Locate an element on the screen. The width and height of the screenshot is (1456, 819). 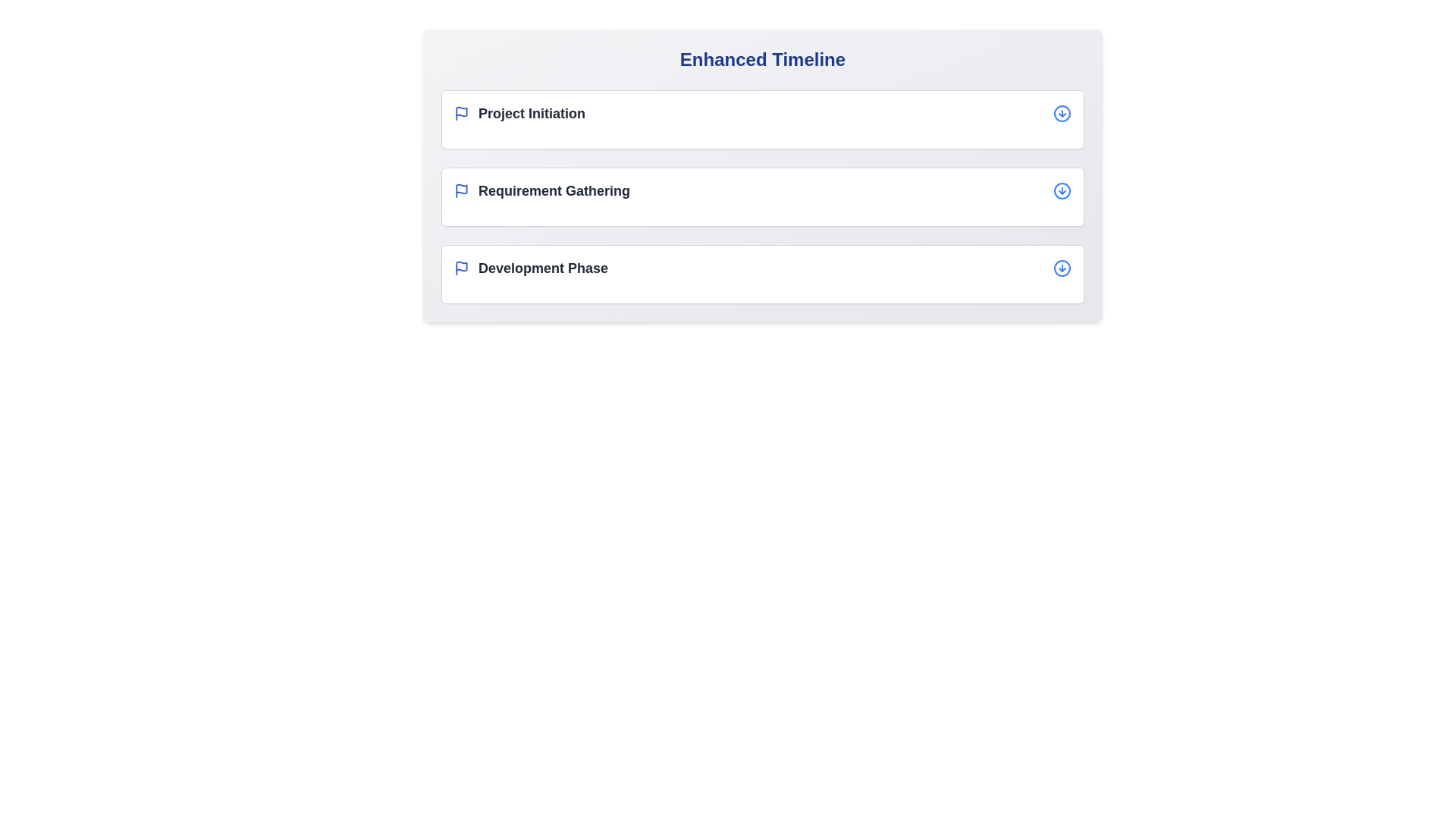
the status indicated by the flag icon preceding the text 'Project Initiation' in the 'Enhanced Timeline' section is located at coordinates (461, 113).